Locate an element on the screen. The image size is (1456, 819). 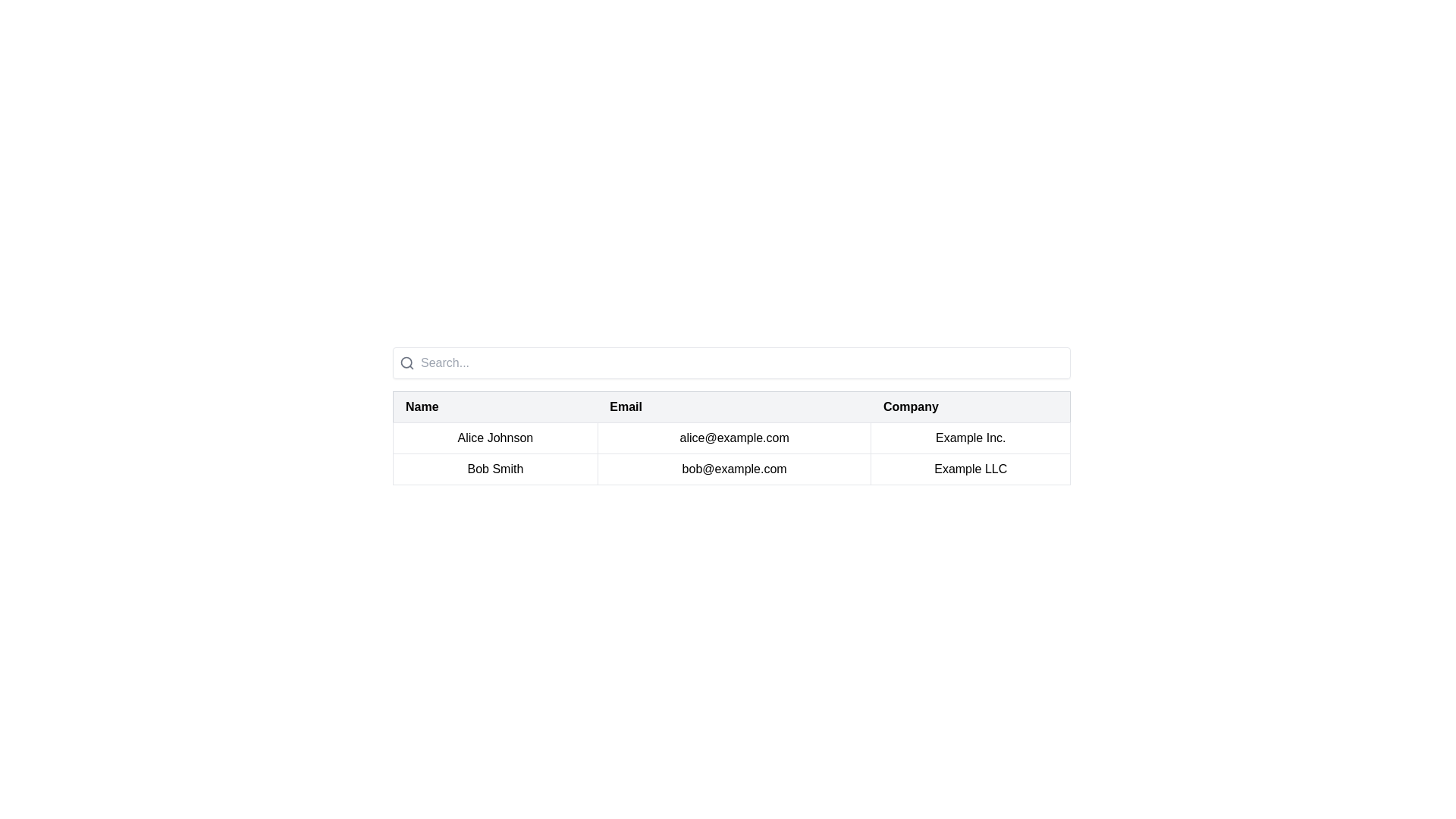
the text display element containing 'Example Inc.' in the 'Company' column of the data table is located at coordinates (971, 438).